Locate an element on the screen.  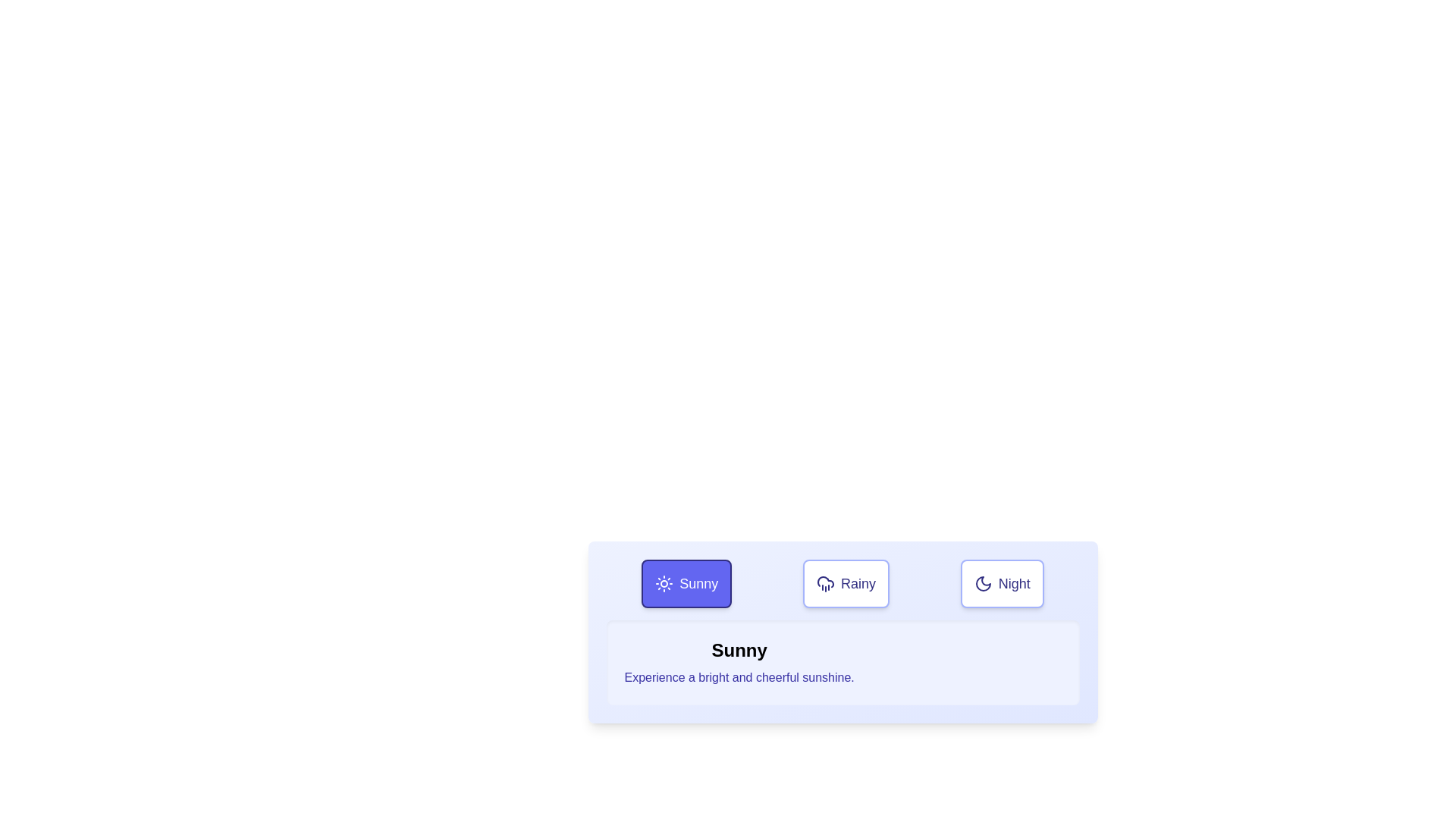
the 'Rainy' button to activate the 'Rainy' mode is located at coordinates (846, 583).